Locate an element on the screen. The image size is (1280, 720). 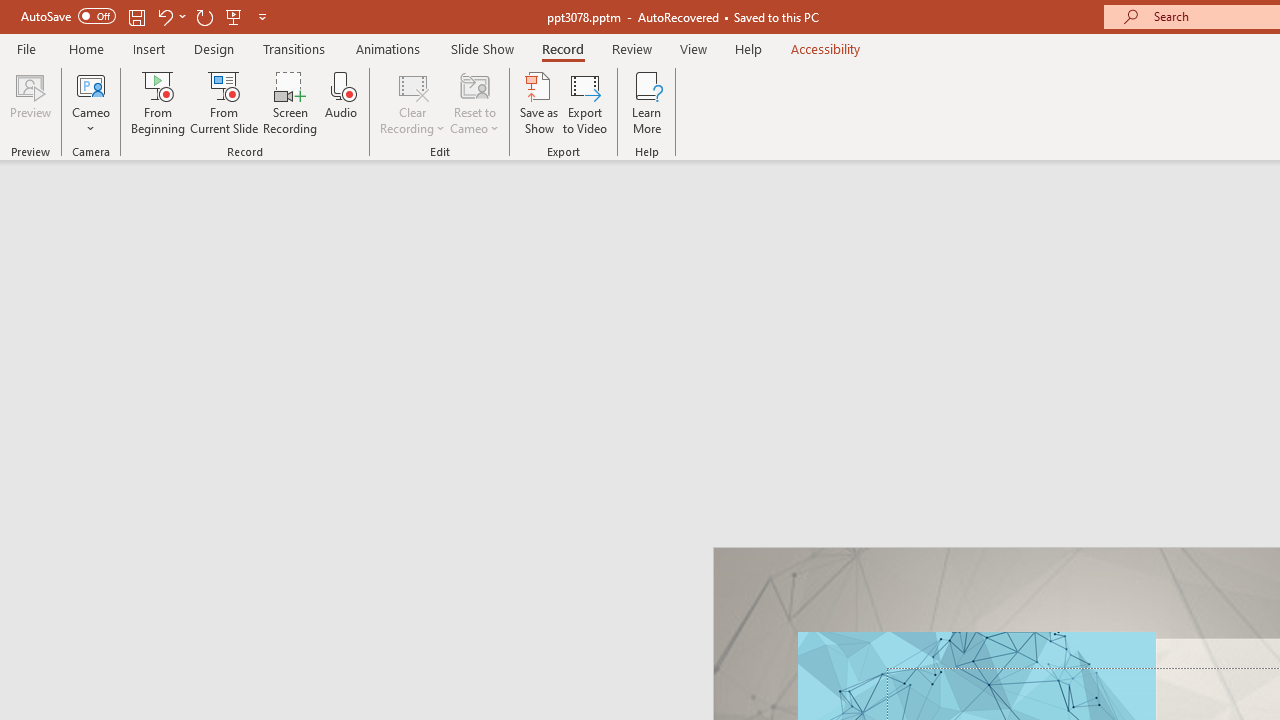
'Clear Recording' is located at coordinates (411, 103).